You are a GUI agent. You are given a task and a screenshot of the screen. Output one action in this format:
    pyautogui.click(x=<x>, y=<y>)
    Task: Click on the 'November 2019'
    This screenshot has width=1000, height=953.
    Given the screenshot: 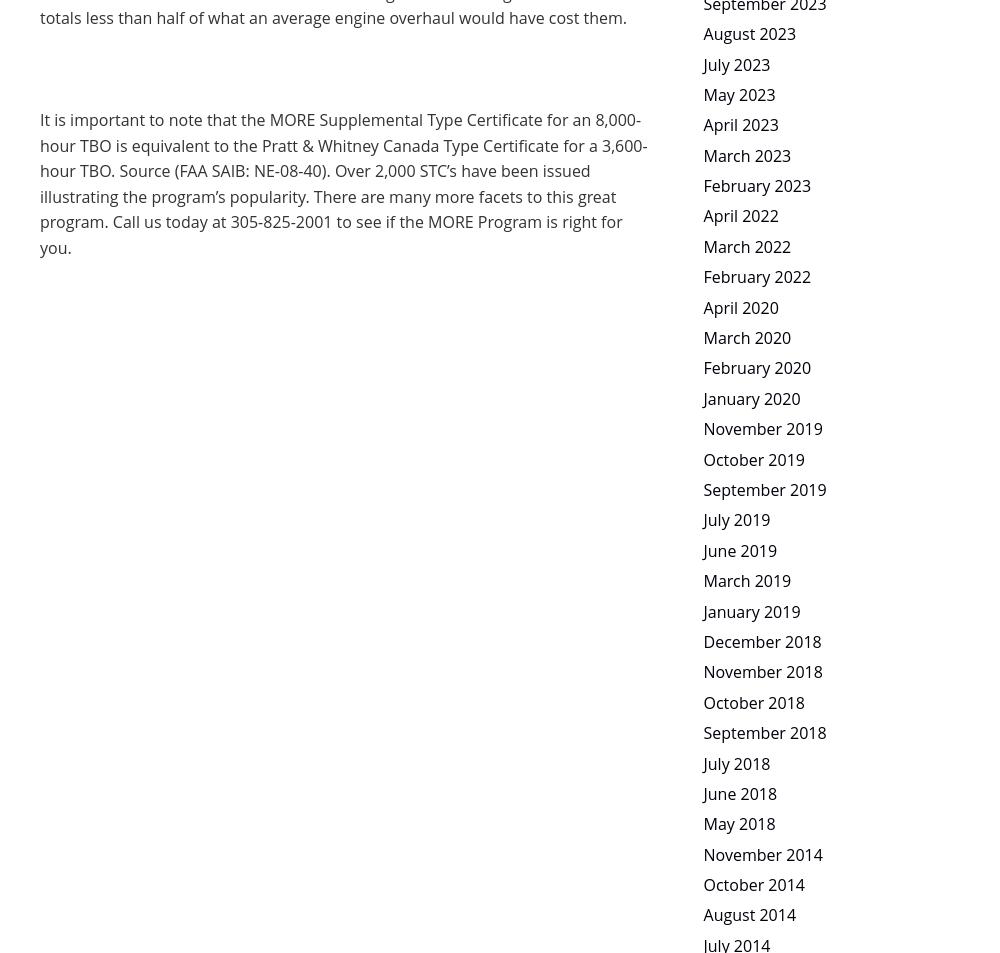 What is the action you would take?
    pyautogui.click(x=702, y=428)
    